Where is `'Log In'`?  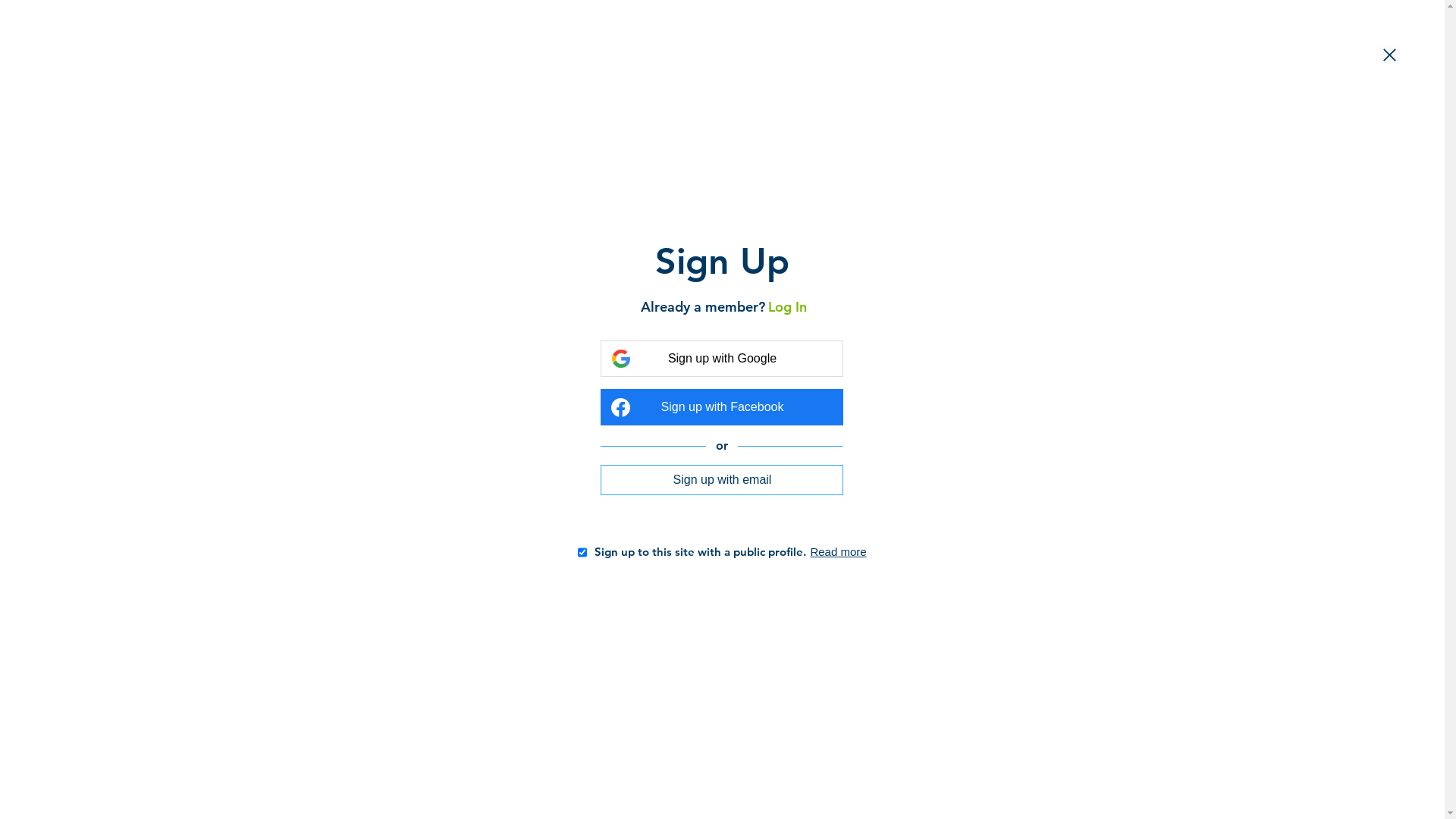
'Log In' is located at coordinates (785, 306).